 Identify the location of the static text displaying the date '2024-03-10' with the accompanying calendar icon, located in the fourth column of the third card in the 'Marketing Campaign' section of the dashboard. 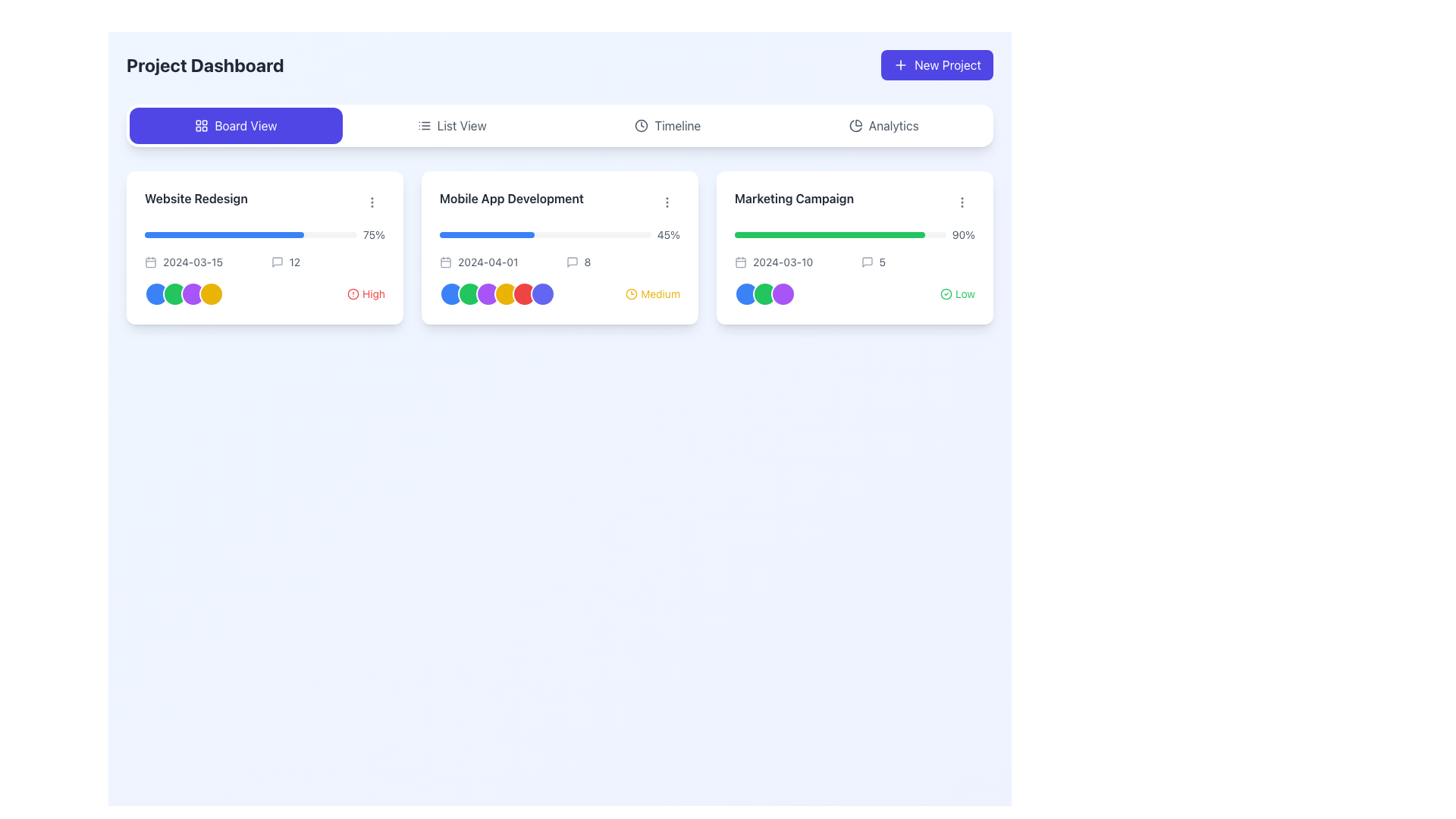
(791, 262).